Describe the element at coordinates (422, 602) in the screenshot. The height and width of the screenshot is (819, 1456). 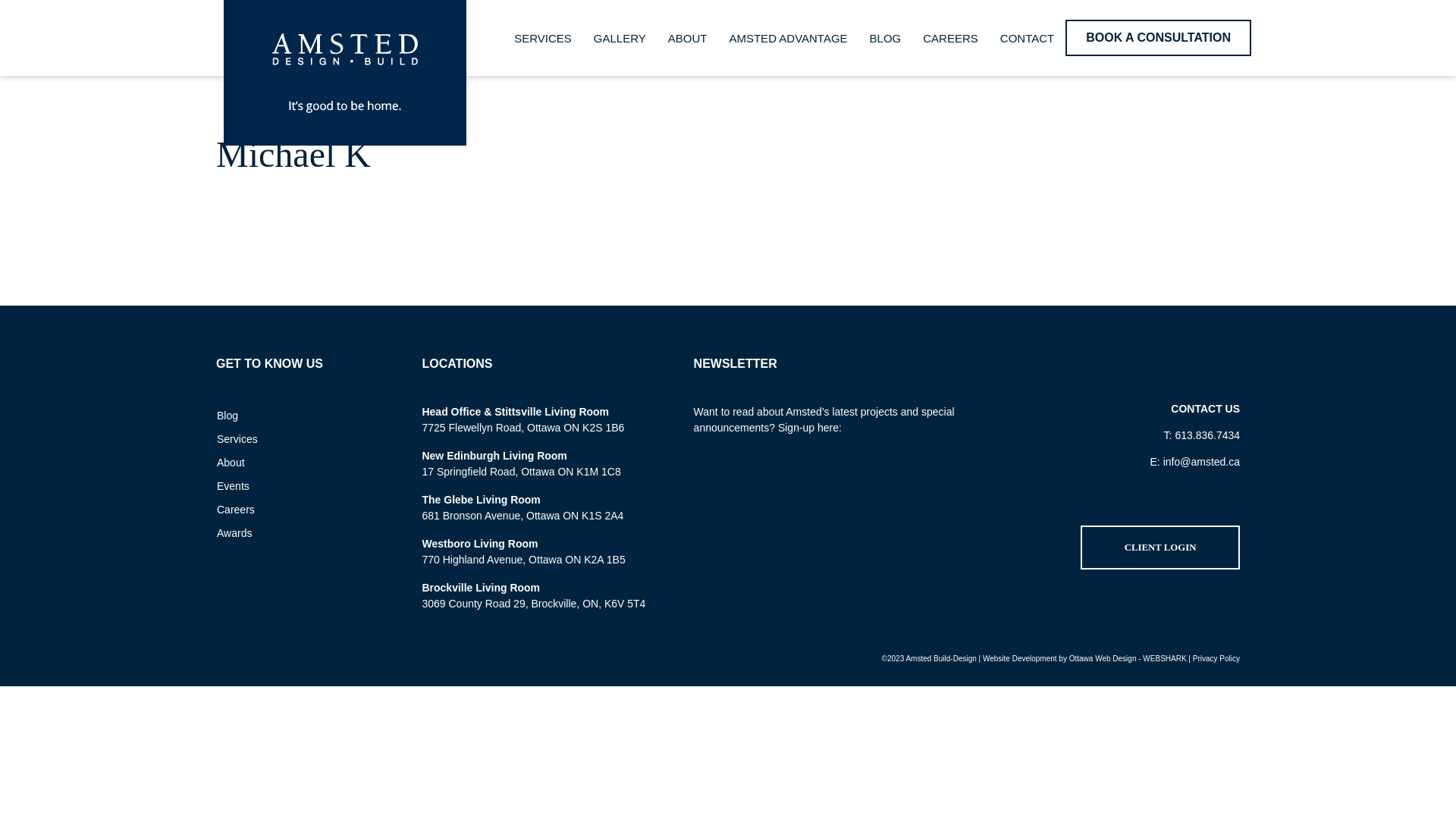
I see `'3069 County Road 29, Brockville, ON, K6V 5T4'` at that location.